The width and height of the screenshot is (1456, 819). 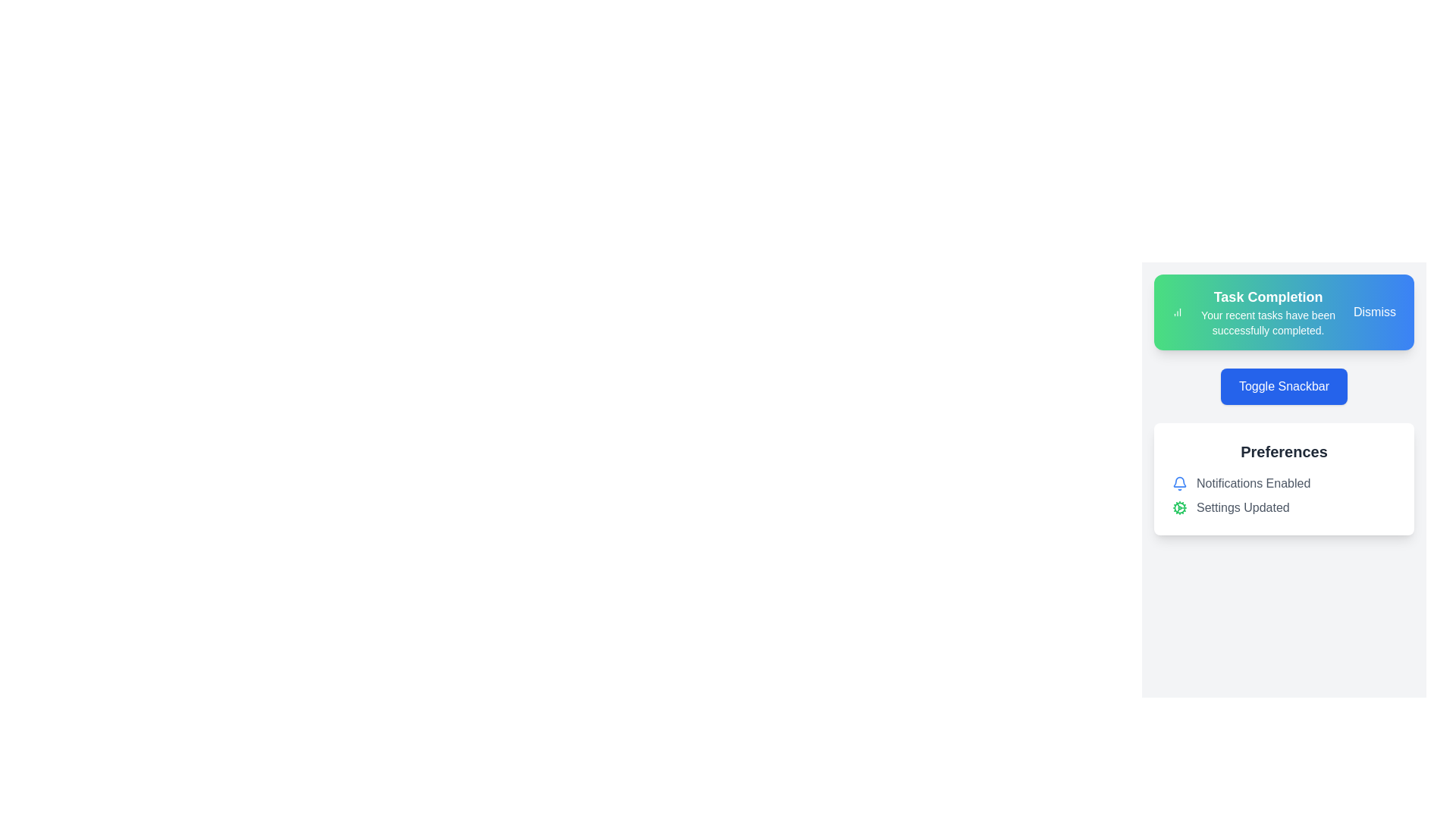 What do you see at coordinates (1283, 385) in the screenshot?
I see `the 'Toggle Snackbar' button to toggle the visibility of the snackbar` at bounding box center [1283, 385].